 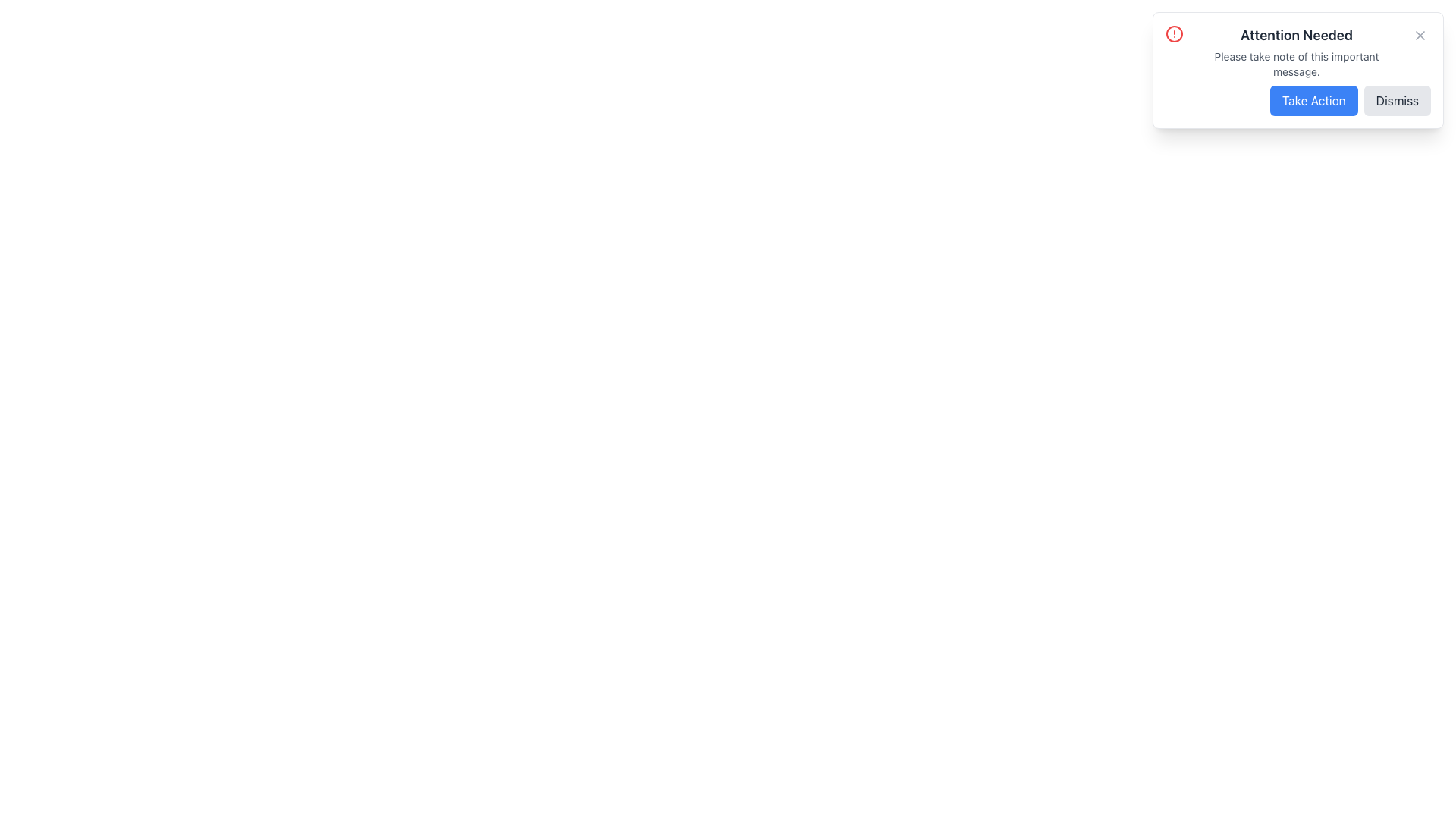 What do you see at coordinates (1313, 100) in the screenshot?
I see `the blue button labeled 'Take Action' to change its appearance` at bounding box center [1313, 100].